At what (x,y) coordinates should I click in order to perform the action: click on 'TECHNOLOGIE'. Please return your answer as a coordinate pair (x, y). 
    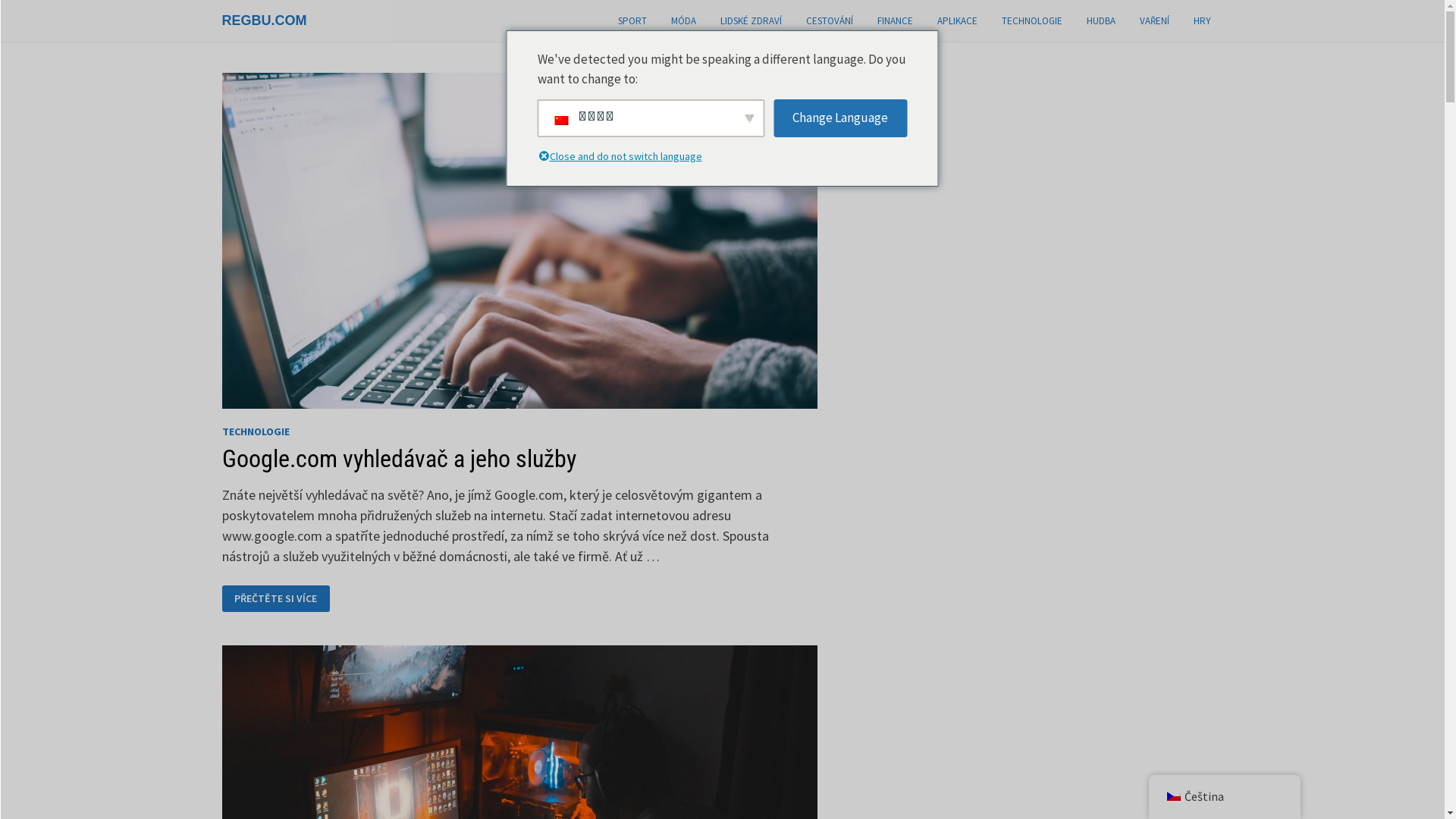
    Looking at the image, I should click on (1031, 20).